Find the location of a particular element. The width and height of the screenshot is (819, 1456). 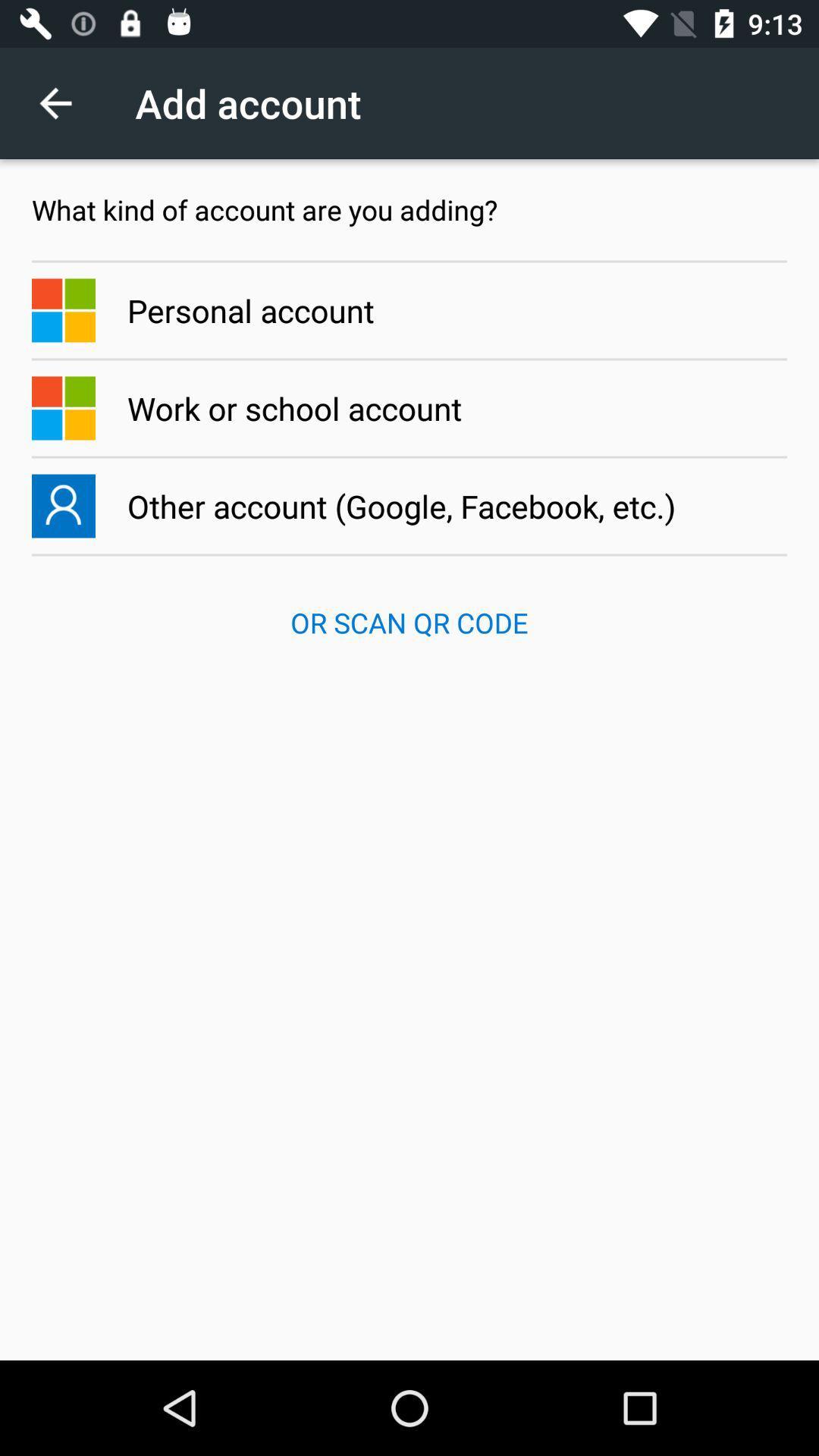

the item above the what kind of app is located at coordinates (63, 102).